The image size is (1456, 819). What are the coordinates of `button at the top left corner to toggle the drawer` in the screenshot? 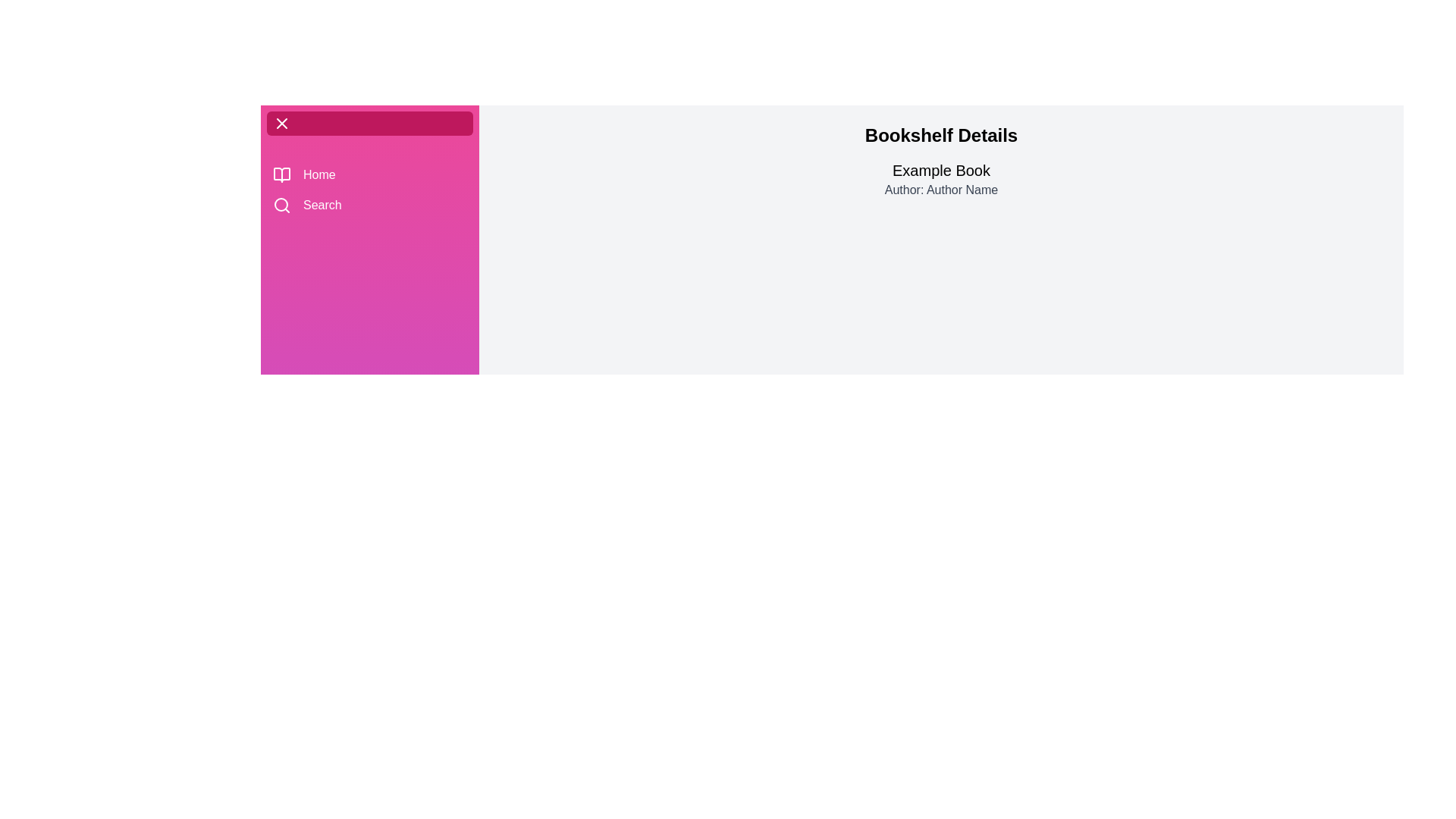 It's located at (282, 122).